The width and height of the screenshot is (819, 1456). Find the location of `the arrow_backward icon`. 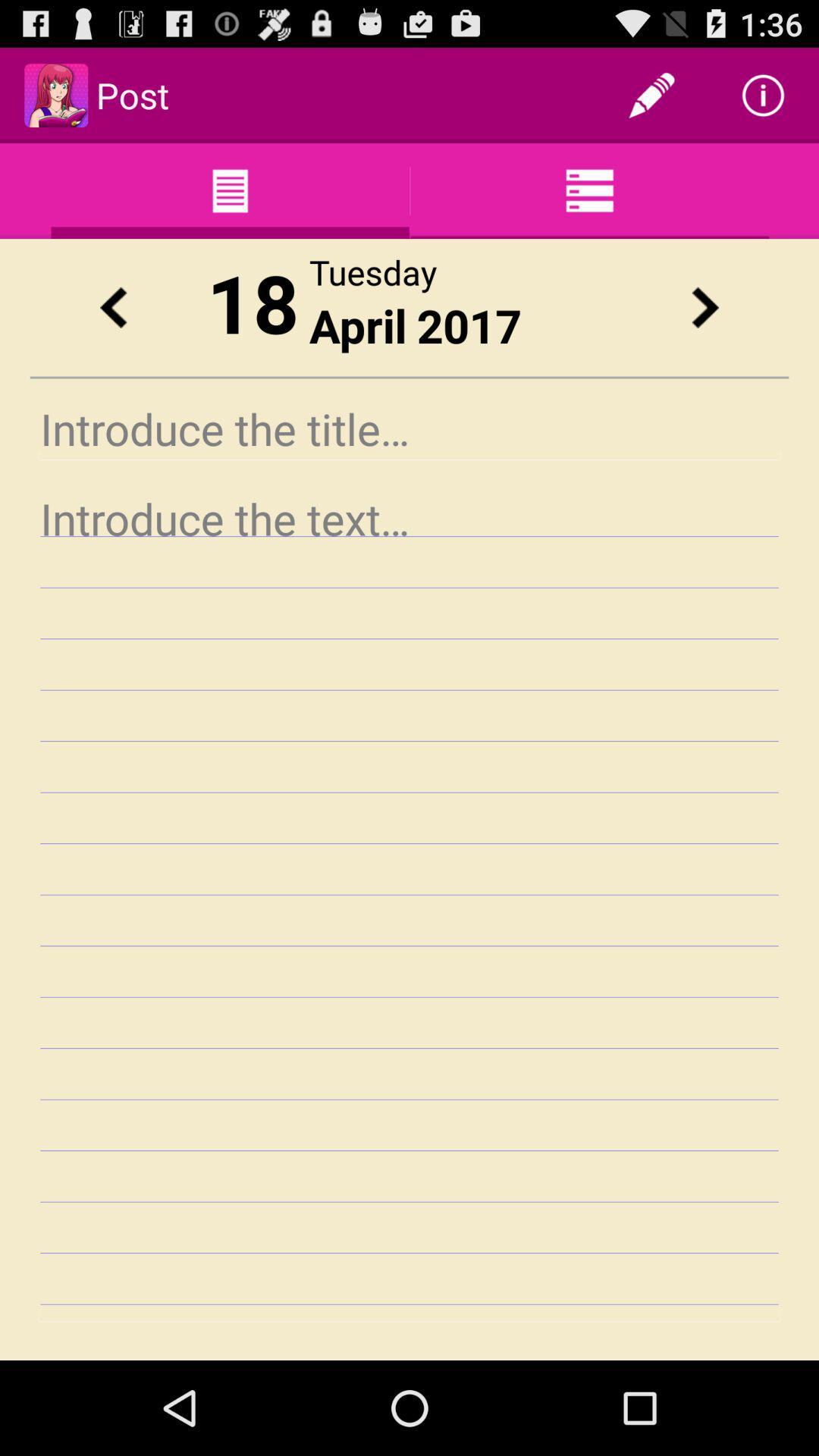

the arrow_backward icon is located at coordinates (112, 328).